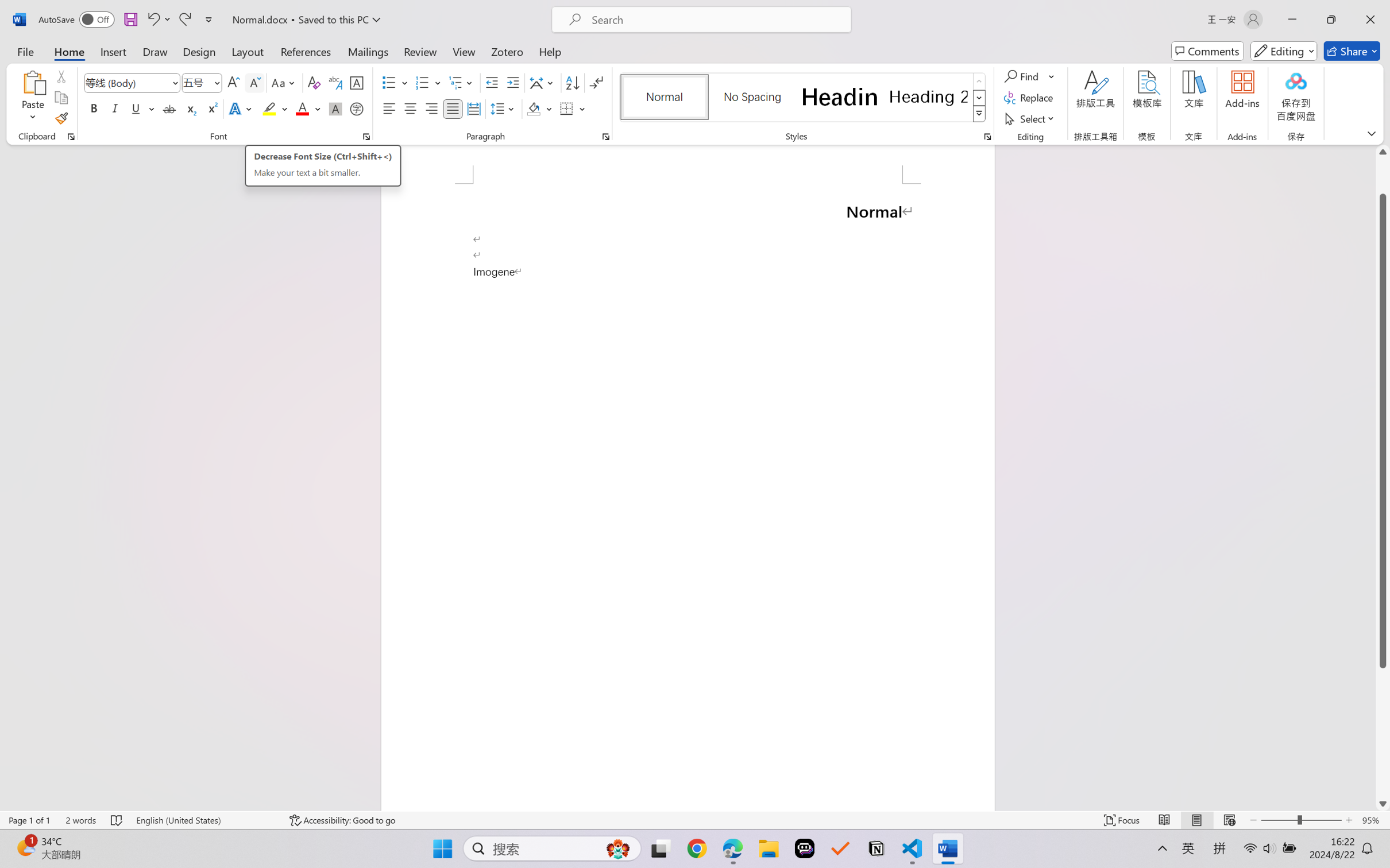 This screenshot has height=868, width=1390. Describe the element at coordinates (928, 96) in the screenshot. I see `'Heading 2'` at that location.